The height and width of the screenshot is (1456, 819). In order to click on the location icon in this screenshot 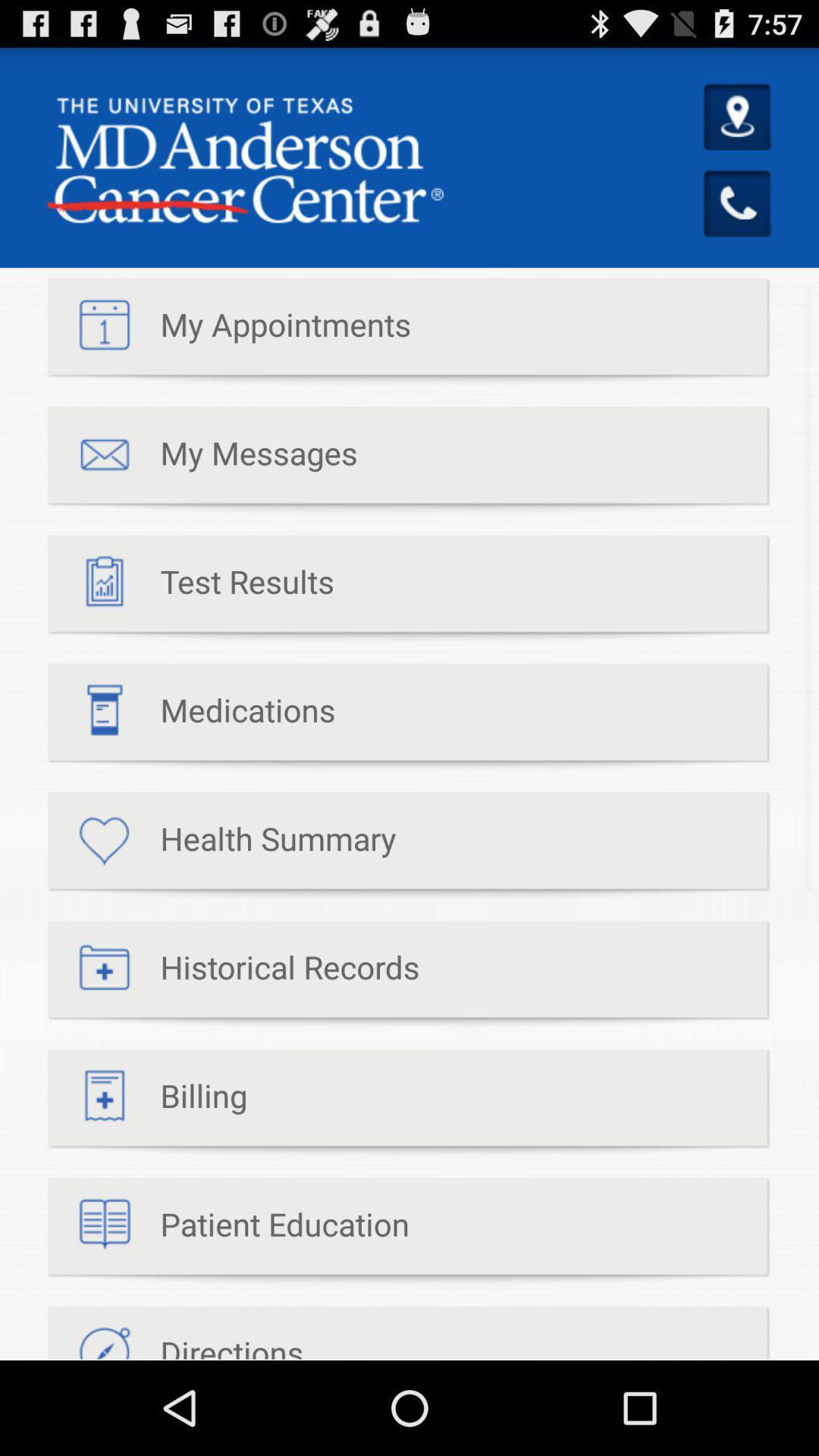, I will do `click(738, 131)`.